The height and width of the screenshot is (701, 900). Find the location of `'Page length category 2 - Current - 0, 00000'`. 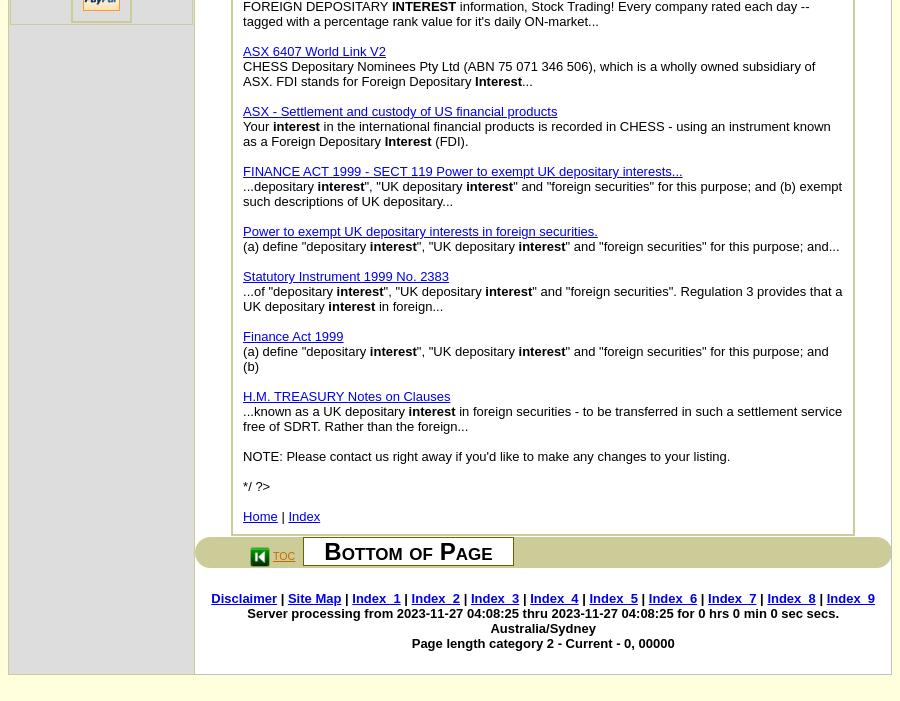

'Page length category 2 - Current - 0, 00000' is located at coordinates (541, 643).